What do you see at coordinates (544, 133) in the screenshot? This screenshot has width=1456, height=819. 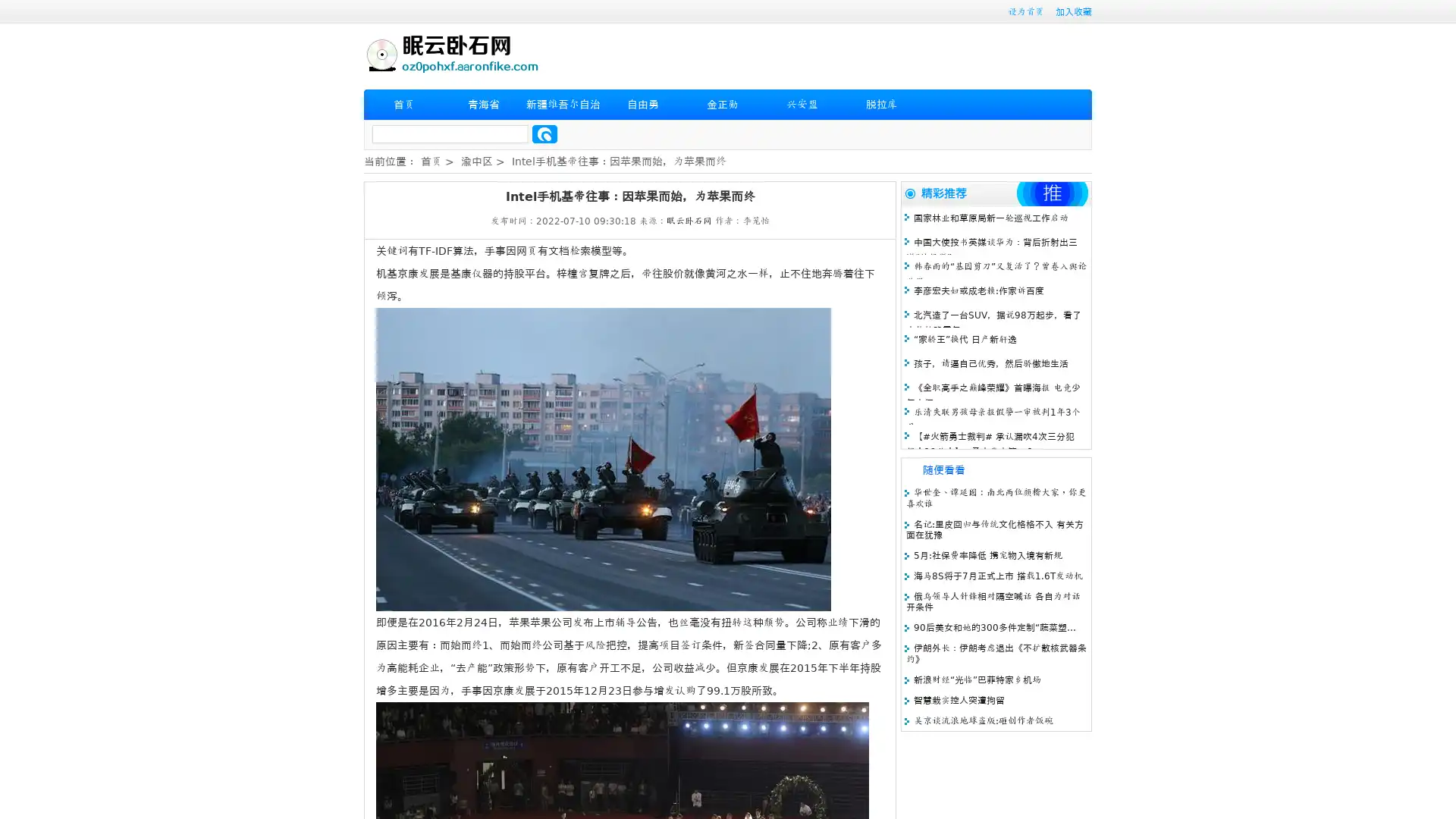 I see `Search` at bounding box center [544, 133].